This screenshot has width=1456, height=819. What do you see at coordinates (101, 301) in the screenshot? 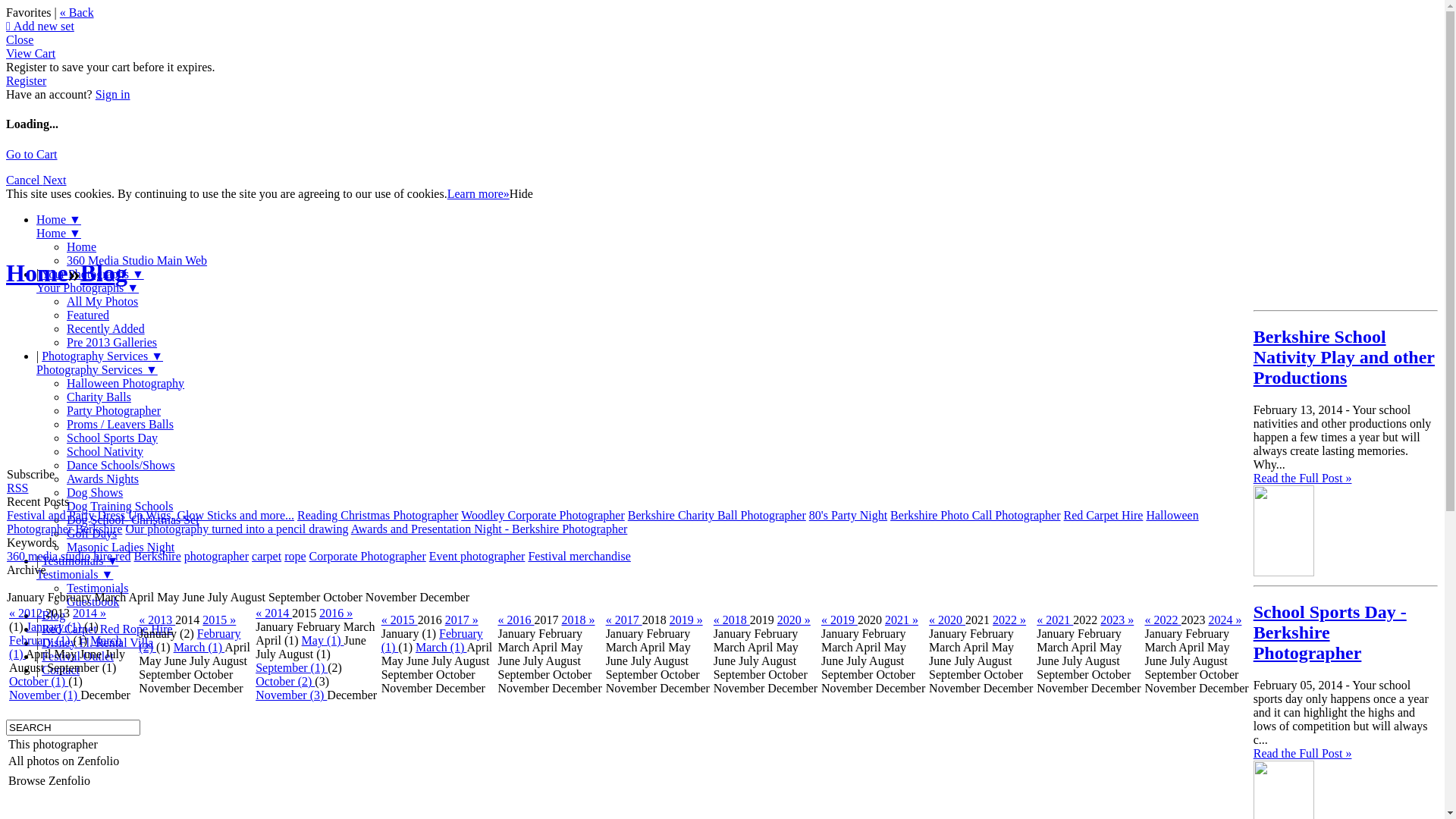
I see `'All My Photos'` at bounding box center [101, 301].